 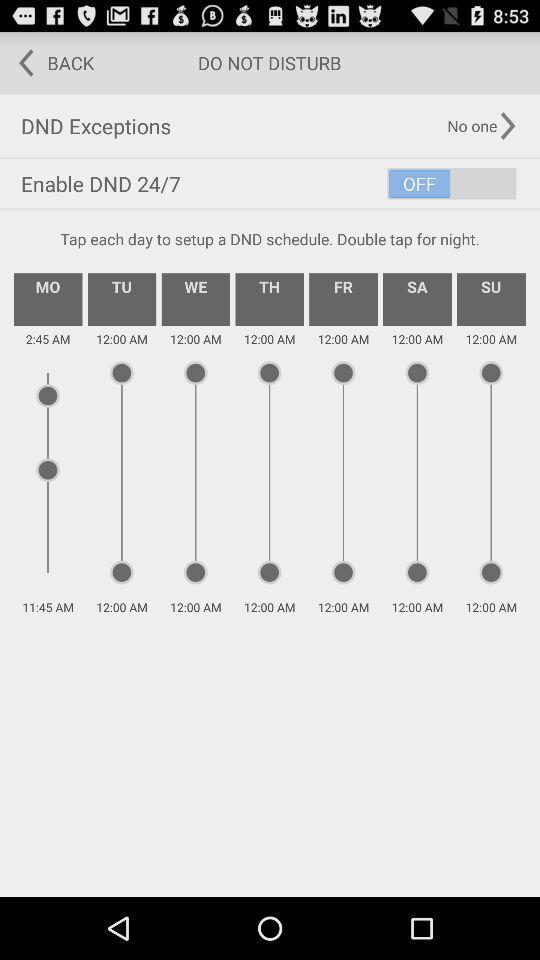 I want to click on the mo icon, so click(x=48, y=298).